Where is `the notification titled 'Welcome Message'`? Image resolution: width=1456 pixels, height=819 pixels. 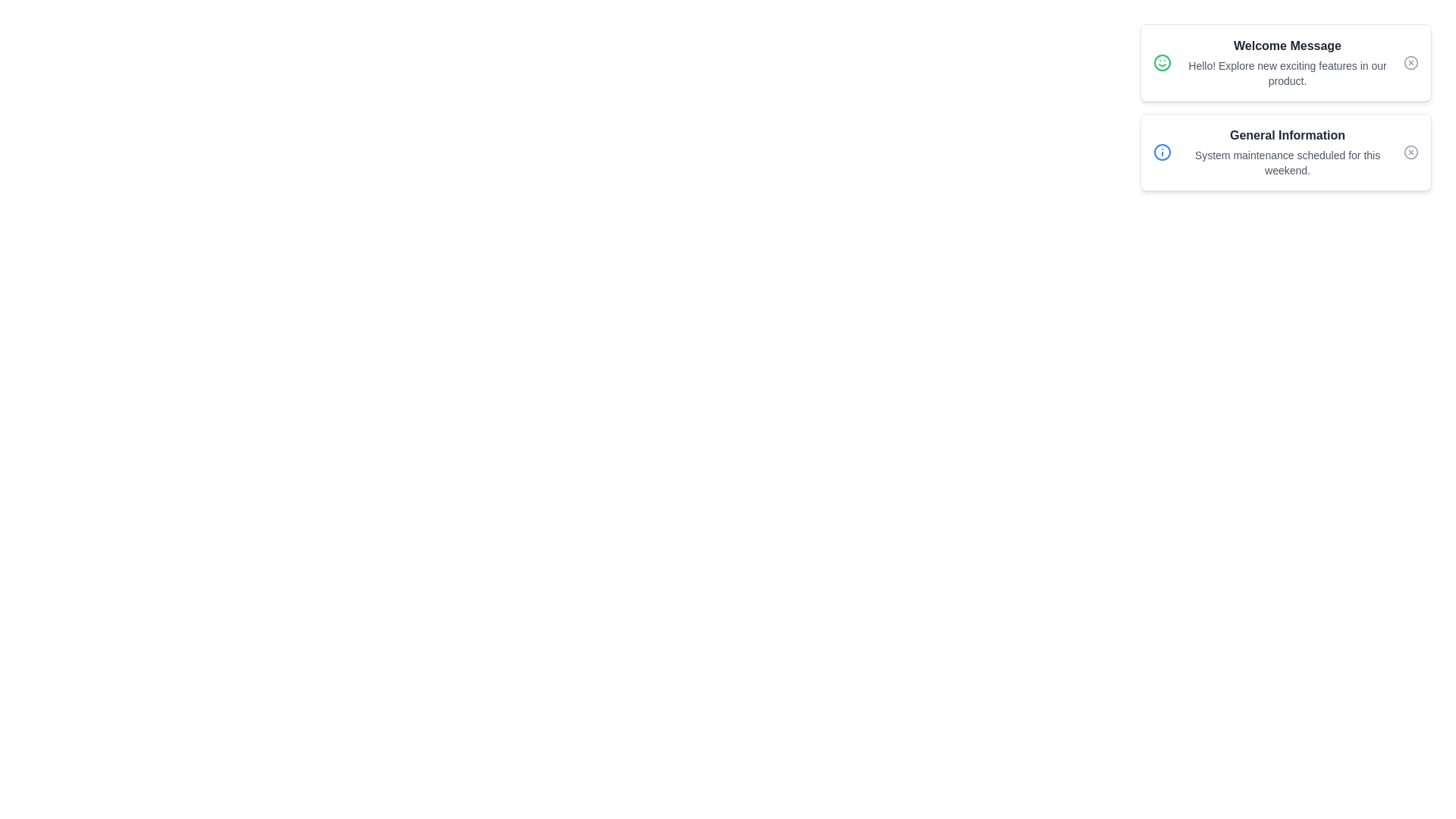 the notification titled 'Welcome Message' is located at coordinates (1285, 62).